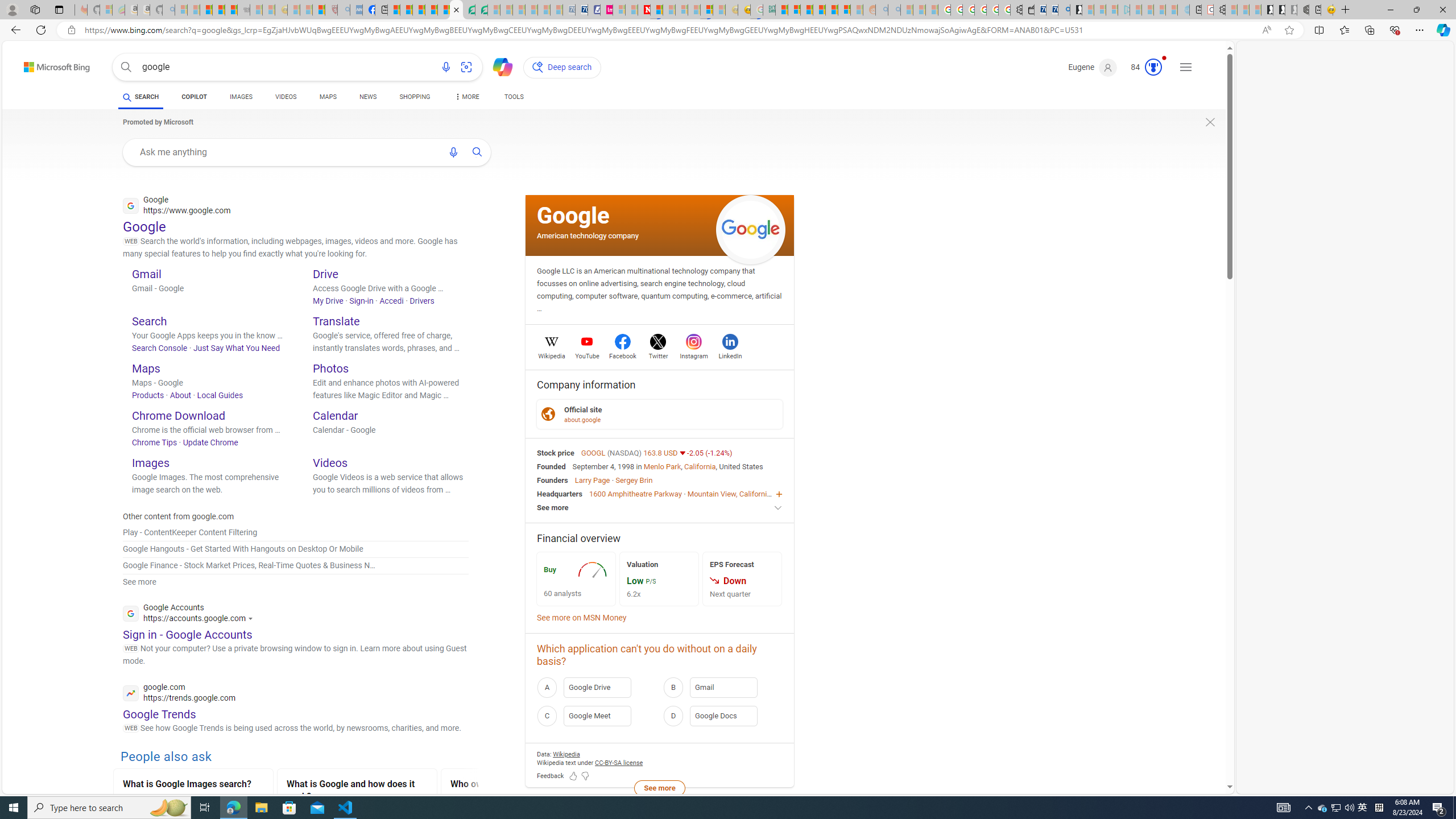 The height and width of the screenshot is (819, 1456). What do you see at coordinates (236, 348) in the screenshot?
I see `'Just Say What You Need'` at bounding box center [236, 348].